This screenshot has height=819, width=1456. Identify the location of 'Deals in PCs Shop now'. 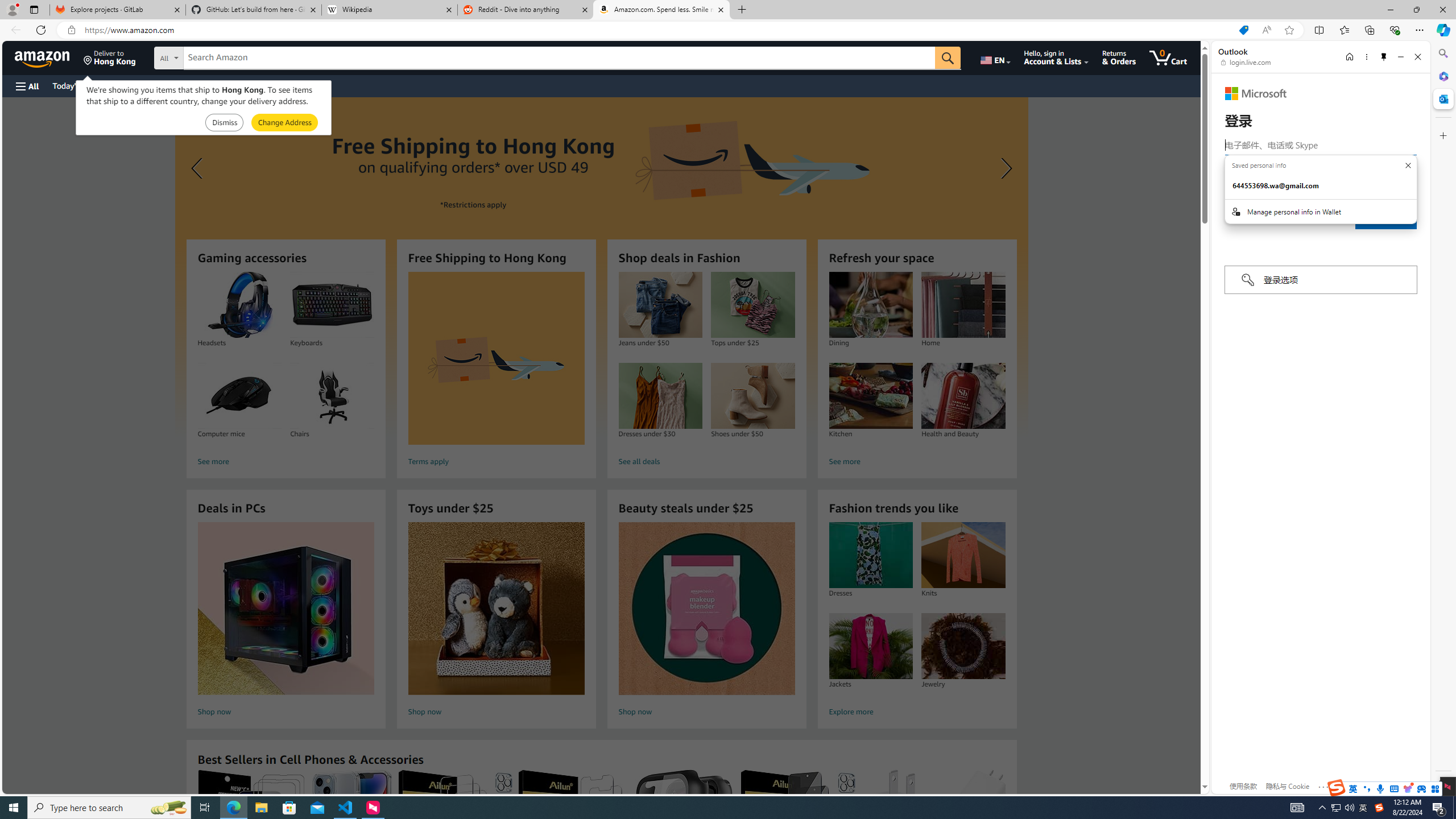
(286, 621).